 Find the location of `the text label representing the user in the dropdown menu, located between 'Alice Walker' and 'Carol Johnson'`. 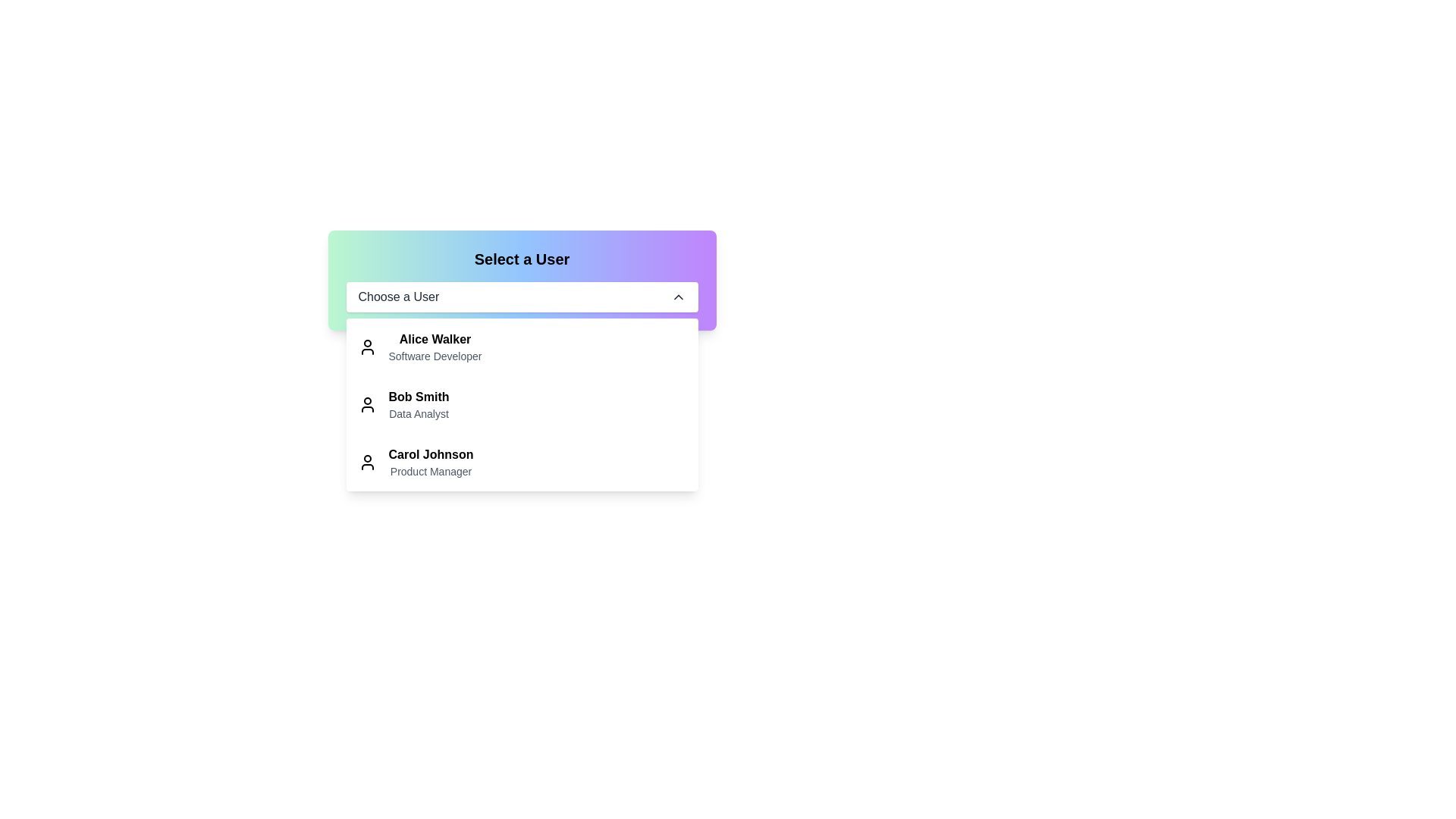

the text label representing the user in the dropdown menu, located between 'Alice Walker' and 'Carol Johnson' is located at coordinates (419, 397).